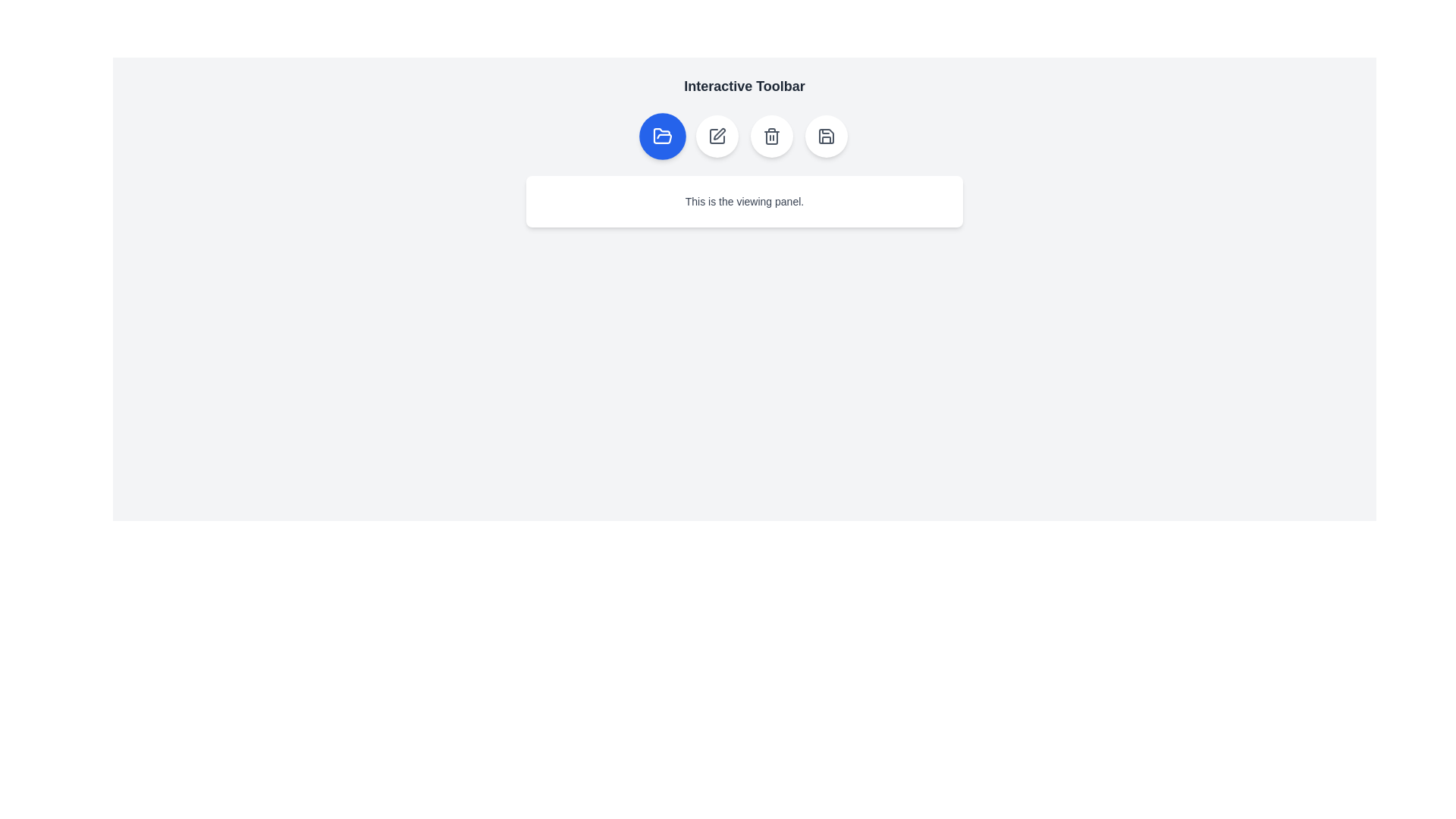  I want to click on the save icon button, which is represented as a floppy disk and is located in the fourth slot of the toolbar, so click(825, 136).